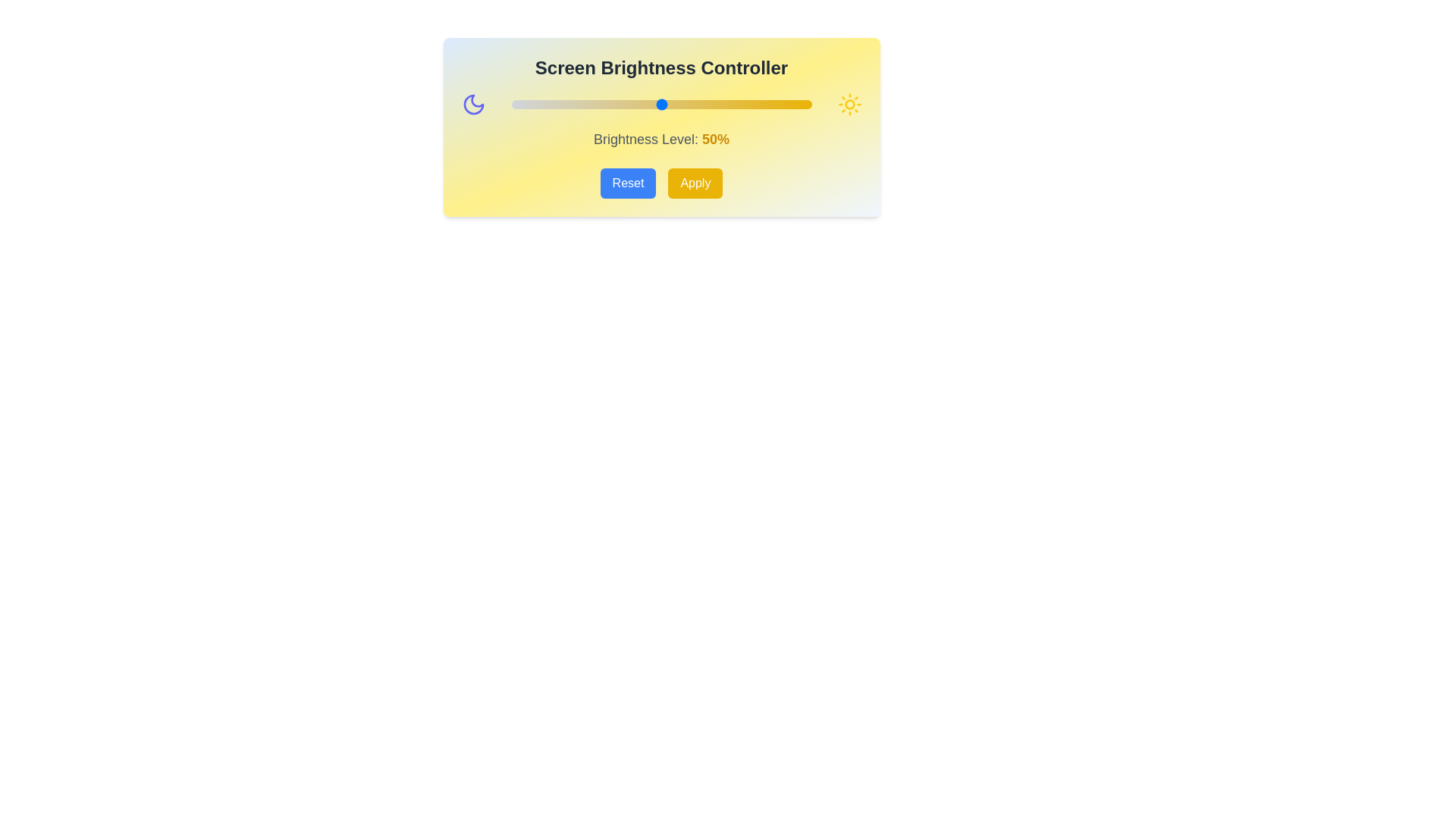 This screenshot has width=1456, height=819. I want to click on the brightness slider to set the brightness level to 90%, so click(781, 104).